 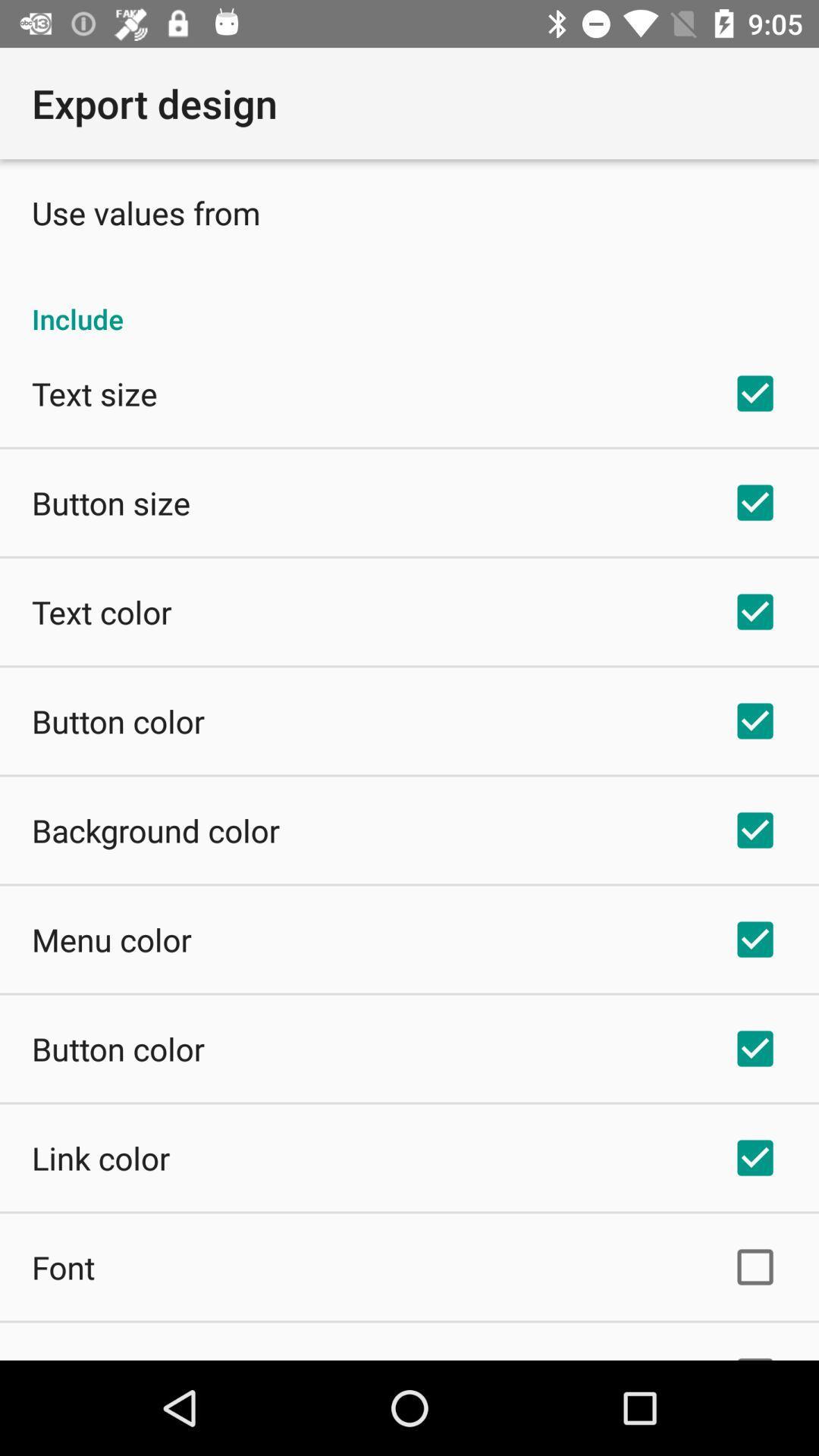 I want to click on the text color, so click(x=102, y=611).